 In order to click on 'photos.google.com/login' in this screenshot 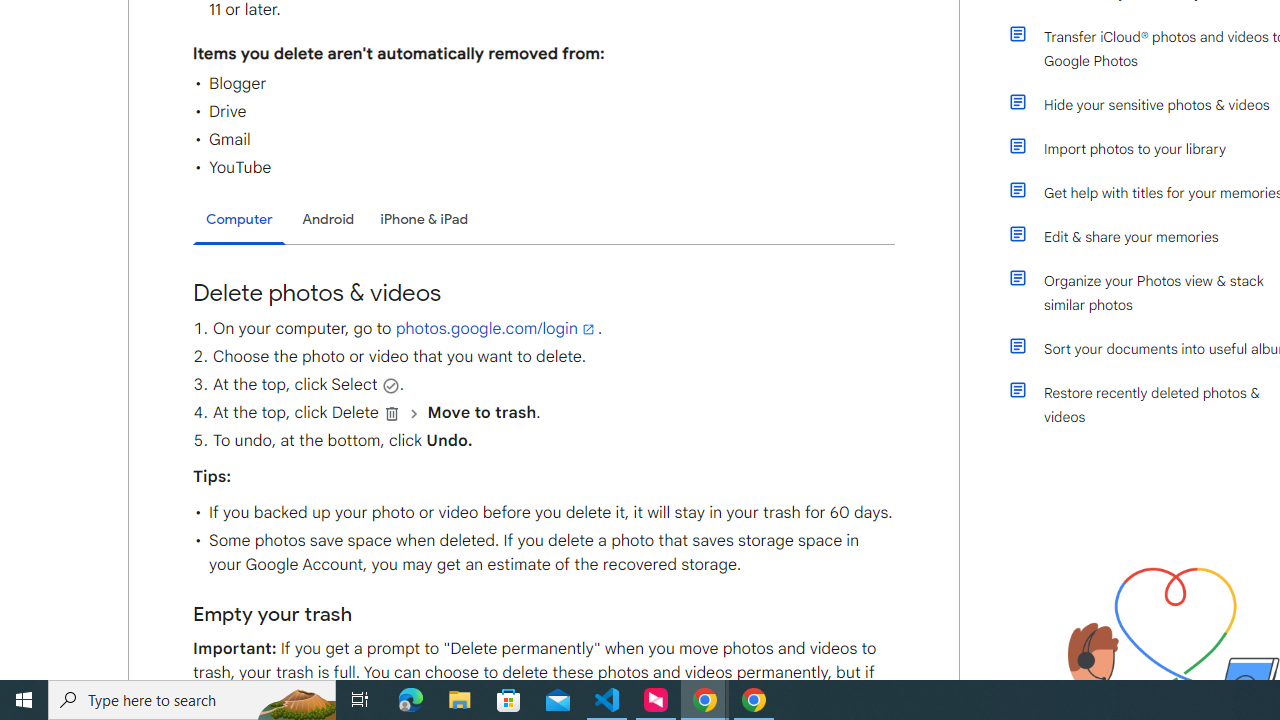, I will do `click(496, 328)`.